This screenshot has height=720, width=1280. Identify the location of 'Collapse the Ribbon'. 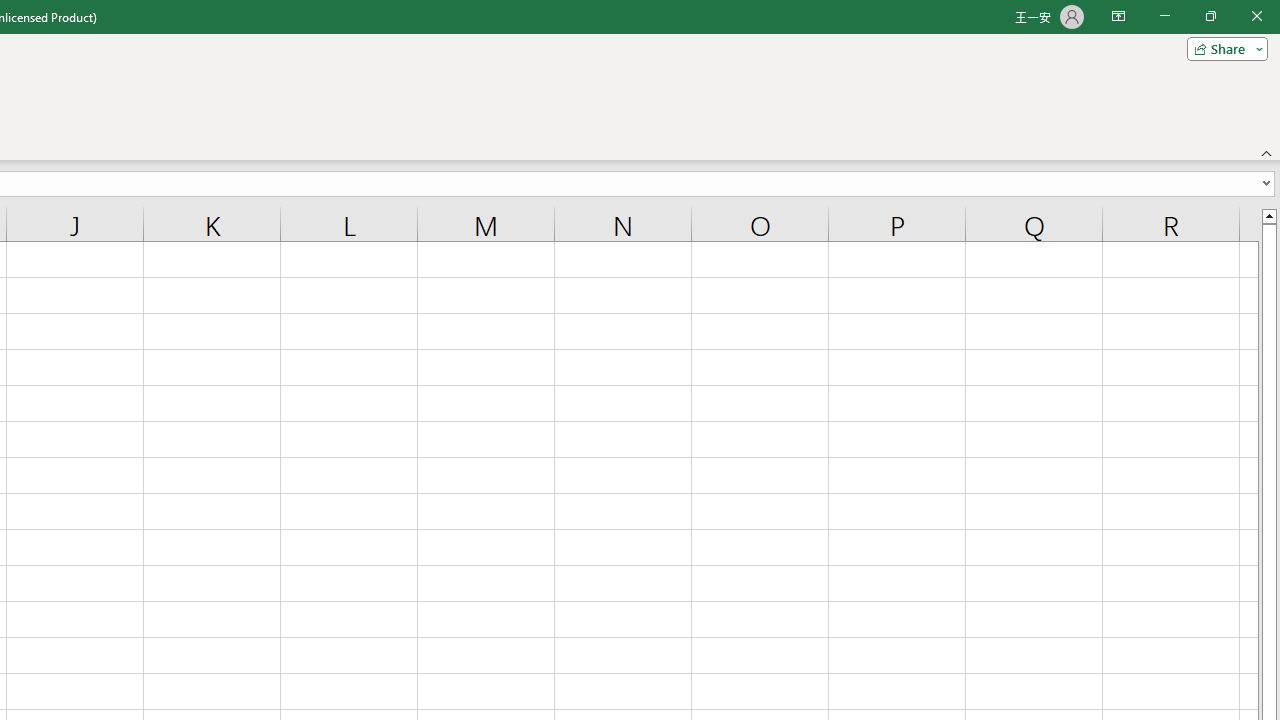
(1266, 152).